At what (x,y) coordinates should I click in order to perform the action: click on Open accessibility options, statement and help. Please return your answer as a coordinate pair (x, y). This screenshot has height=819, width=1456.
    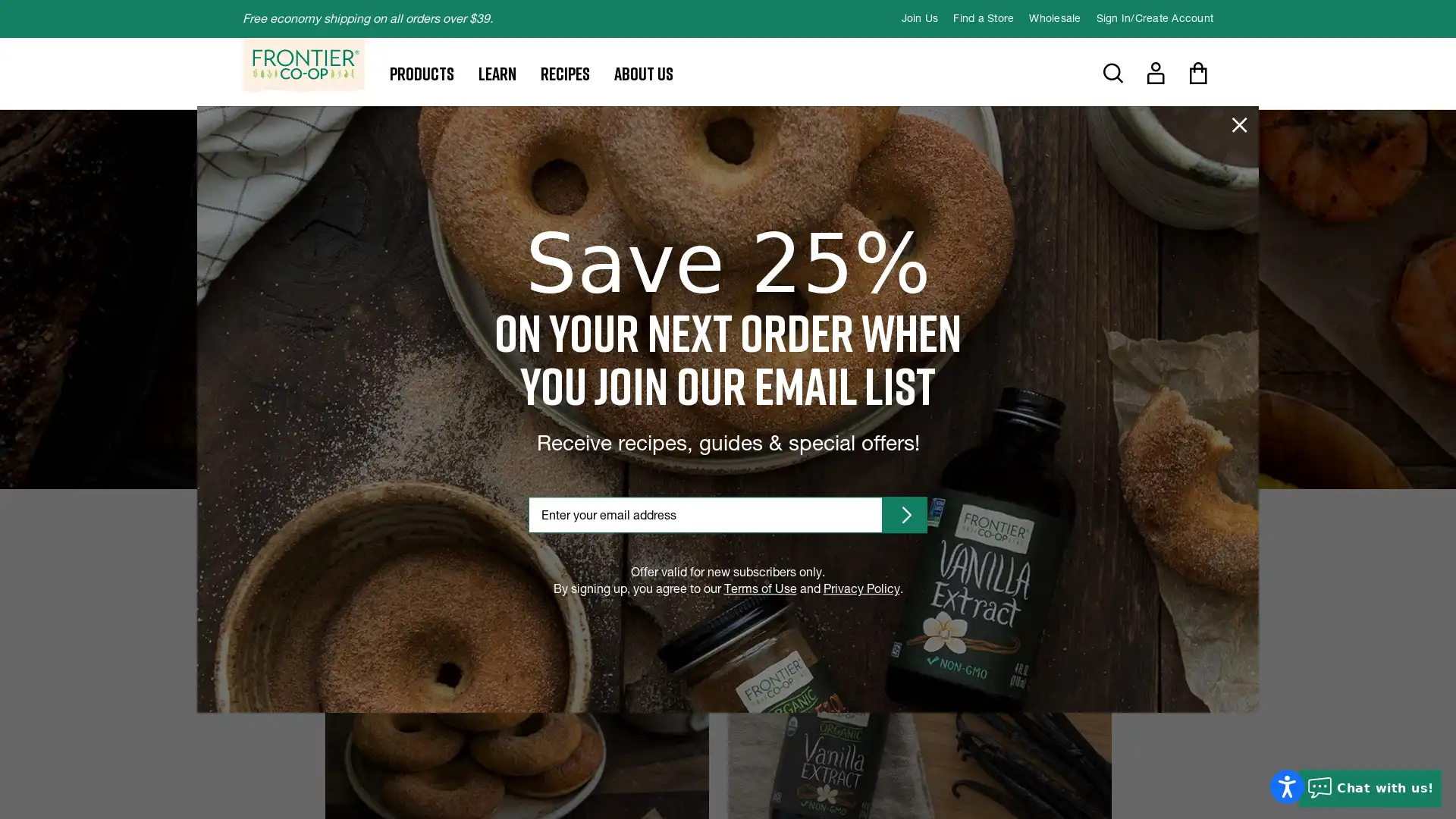
    Looking at the image, I should click on (1286, 786).